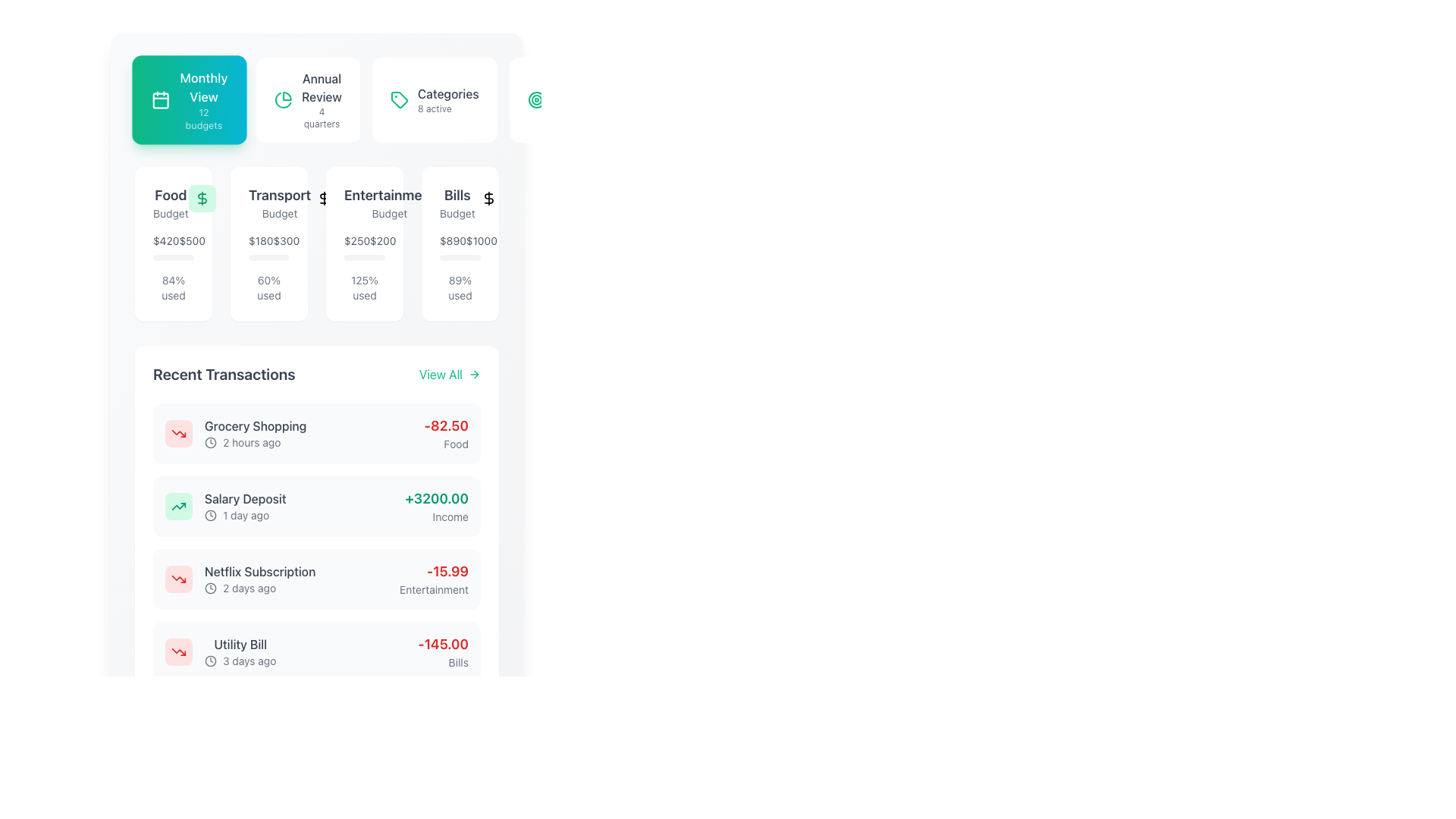 The width and height of the screenshot is (1456, 819). Describe the element at coordinates (210, 442) in the screenshot. I see `the clock icon located to the immediate left of the '2 hours ago' text in the first transaction row of the 'Recent Transactions' section` at that location.